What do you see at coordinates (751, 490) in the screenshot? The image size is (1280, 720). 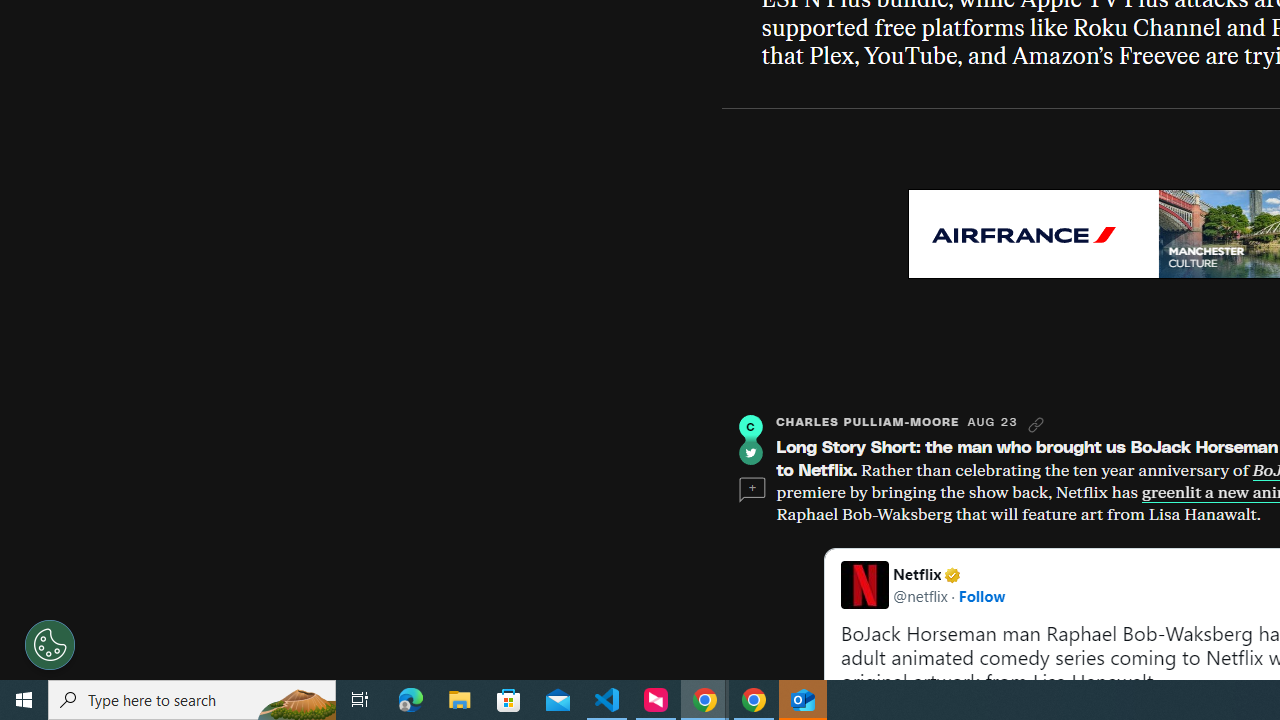 I see `'Comments'` at bounding box center [751, 490].